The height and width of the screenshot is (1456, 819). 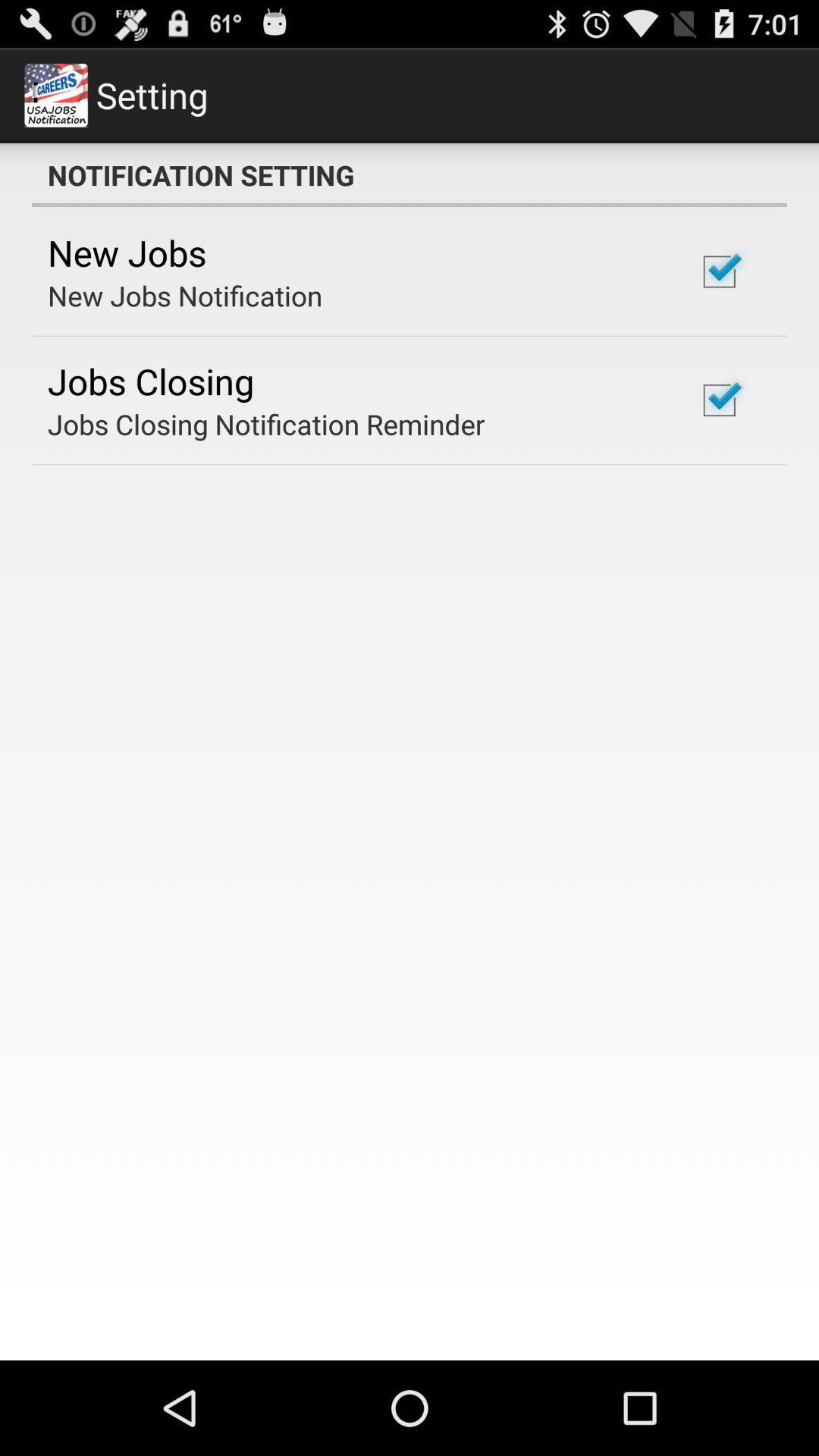 I want to click on the icon above the new jobs item, so click(x=409, y=174).